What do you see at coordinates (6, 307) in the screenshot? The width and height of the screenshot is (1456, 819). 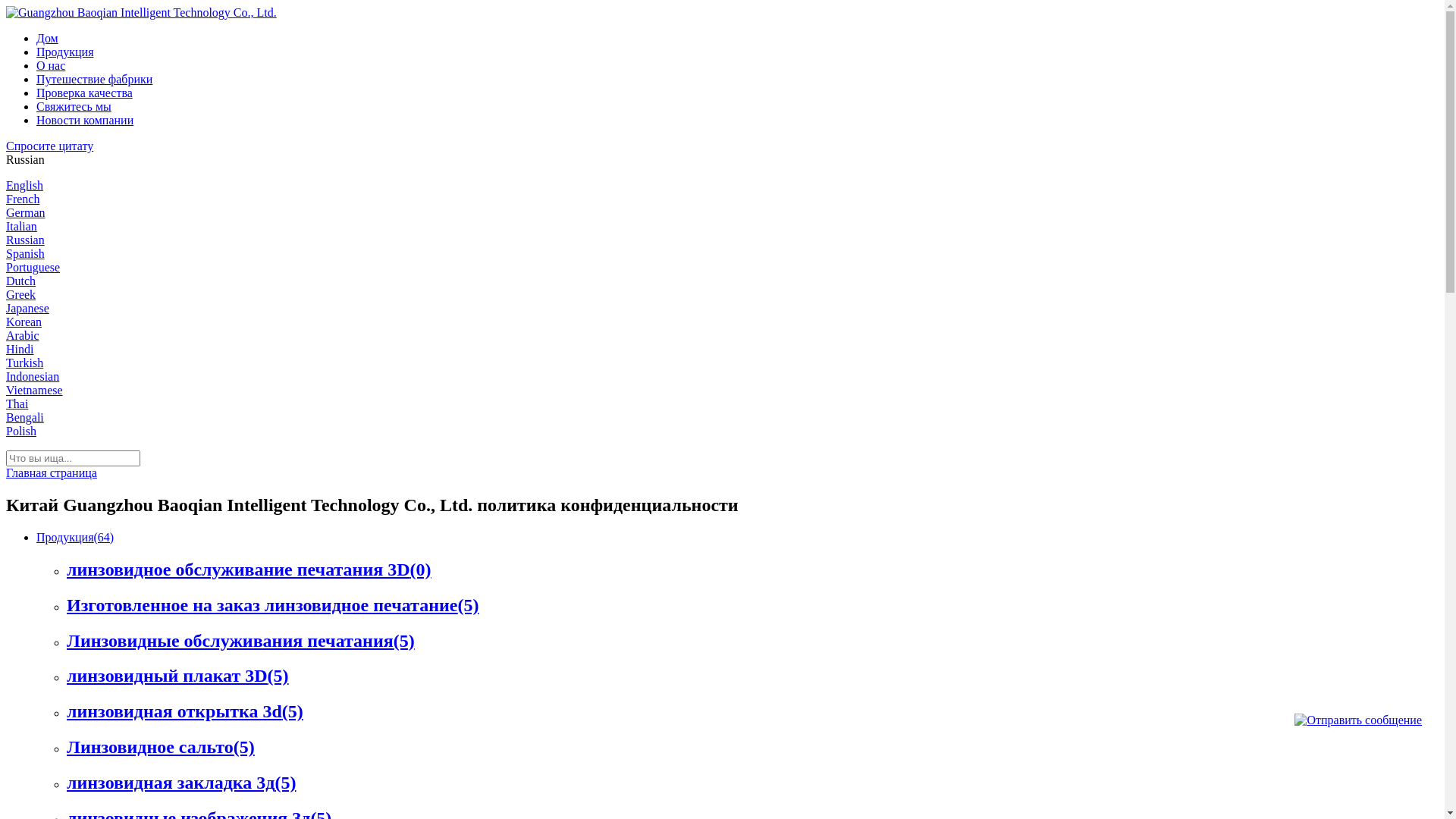 I see `'Japanese'` at bounding box center [6, 307].